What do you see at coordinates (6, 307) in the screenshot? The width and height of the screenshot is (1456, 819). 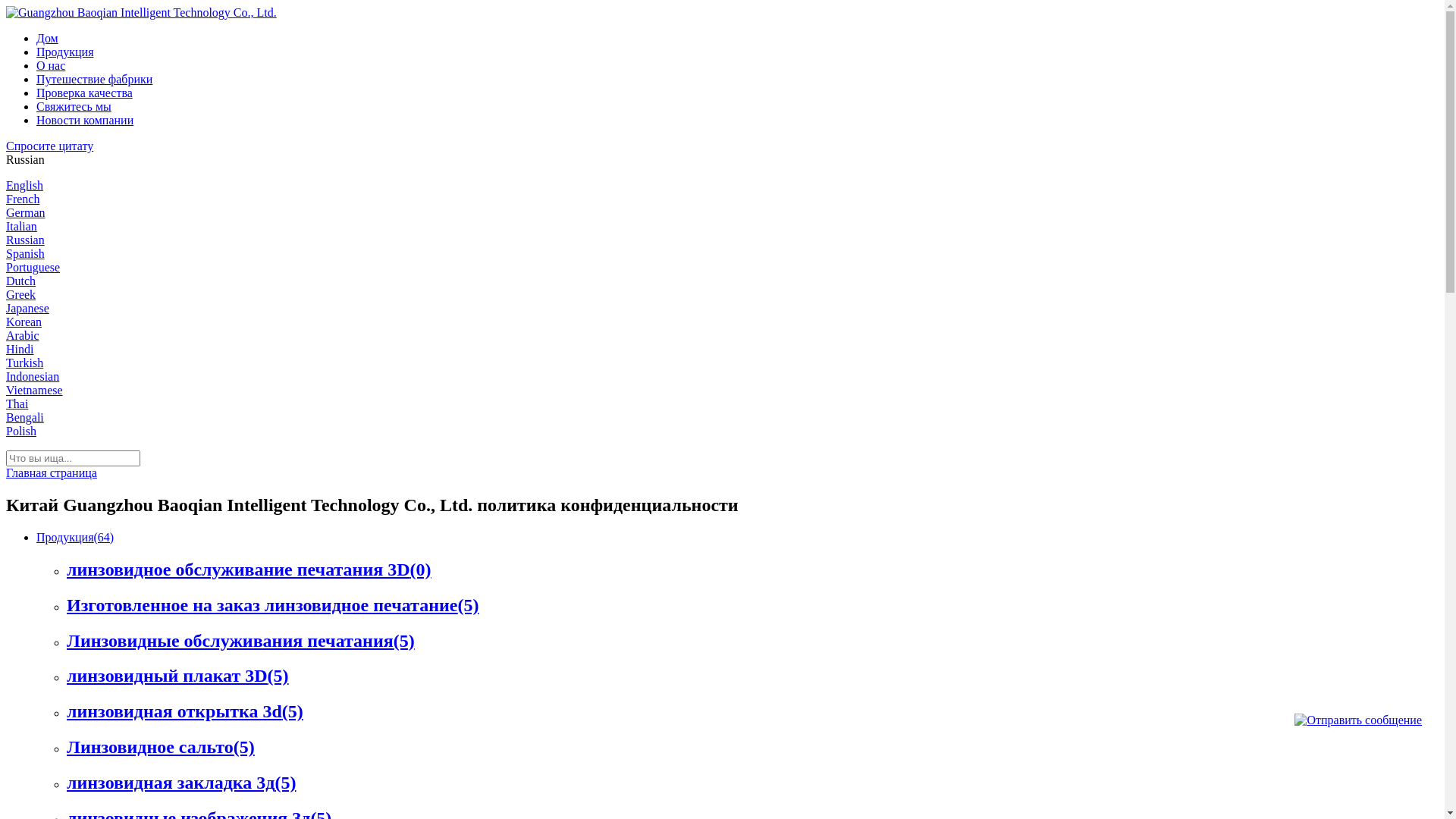 I see `'Japanese'` at bounding box center [6, 307].